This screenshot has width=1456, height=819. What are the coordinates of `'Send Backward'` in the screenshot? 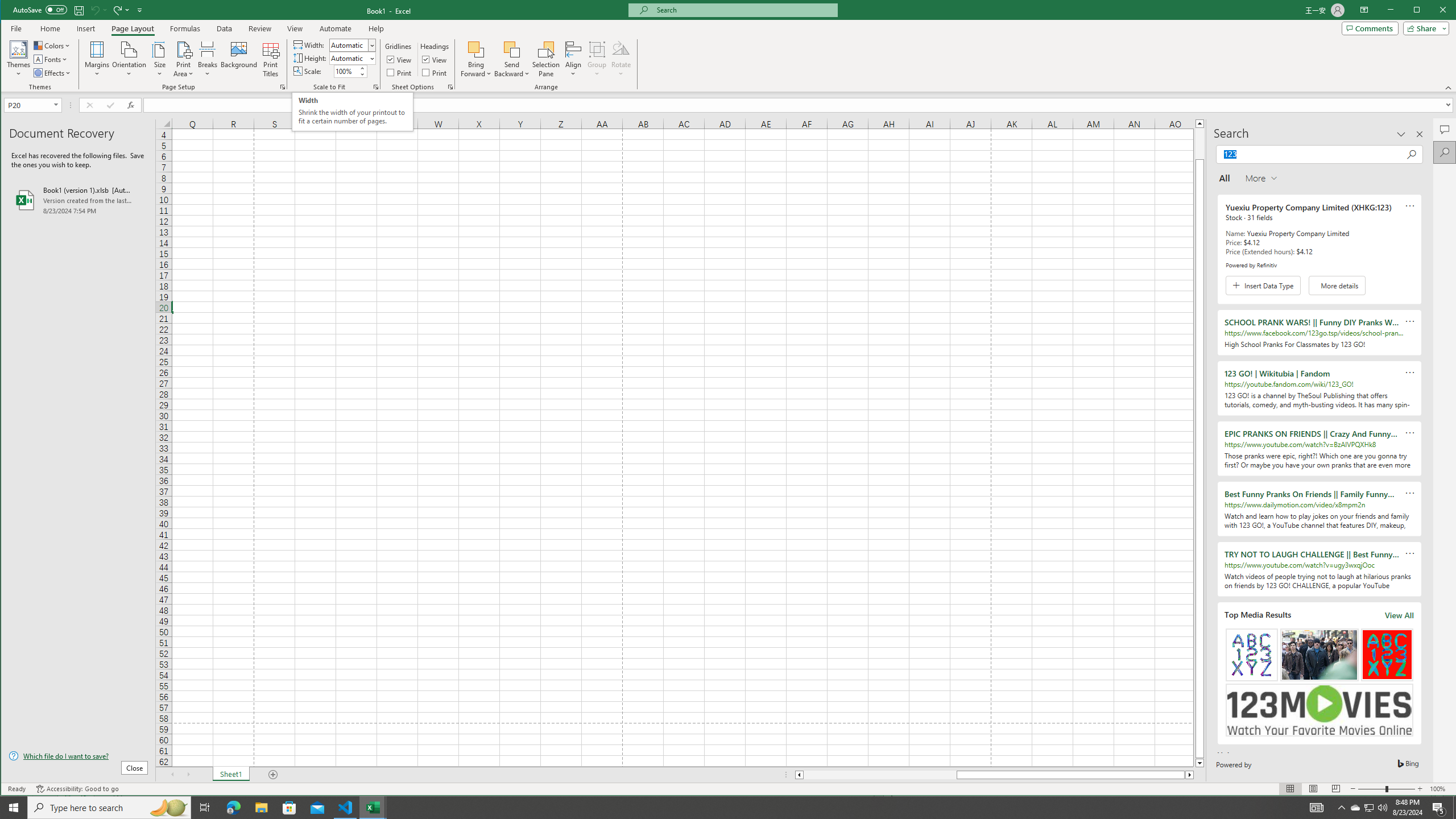 It's located at (512, 59).